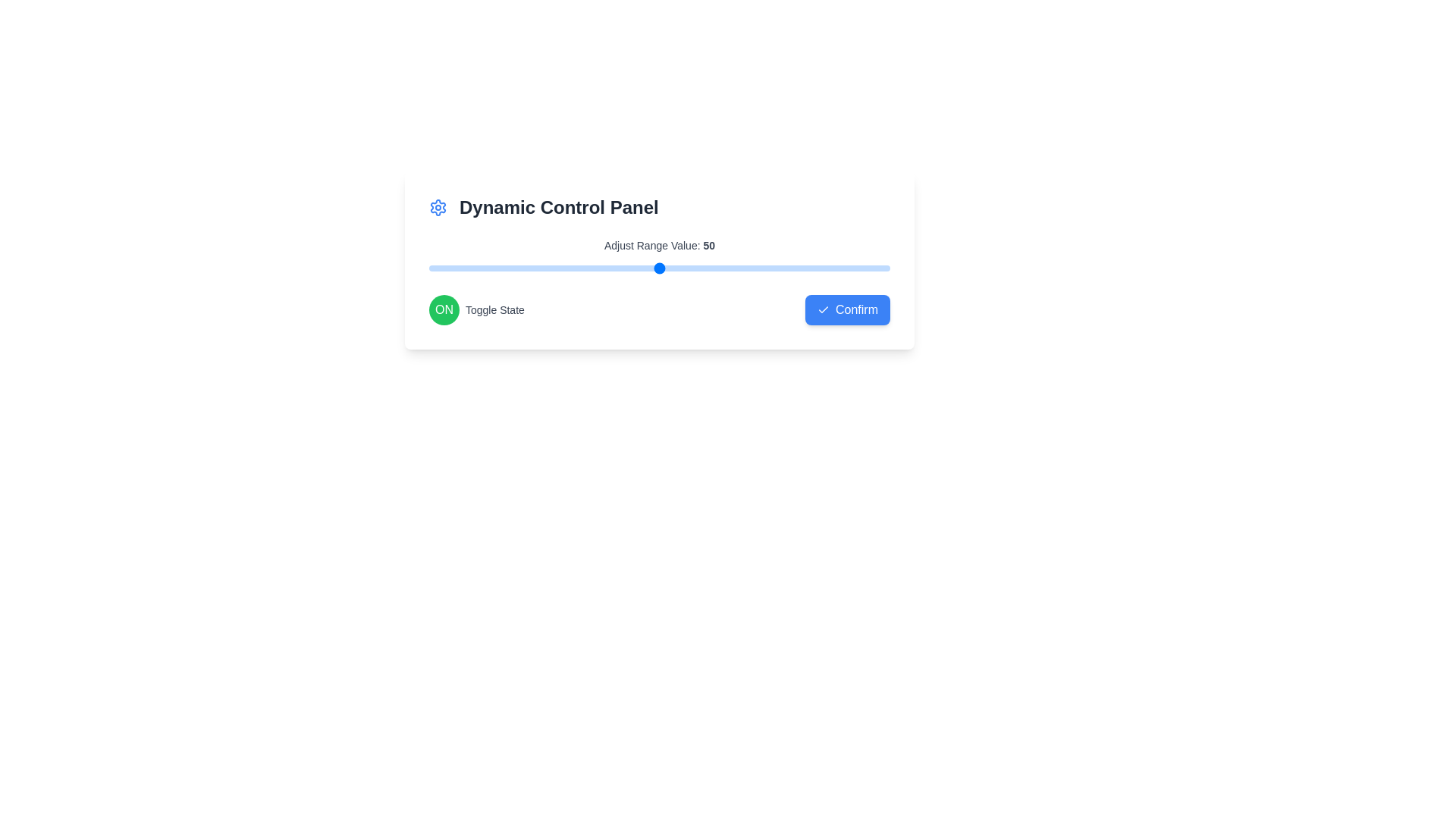 Image resolution: width=1456 pixels, height=819 pixels. Describe the element at coordinates (659, 309) in the screenshot. I see `the 'Confirm' button in the Composite element of the 'Dynamic Control Panel'` at that location.